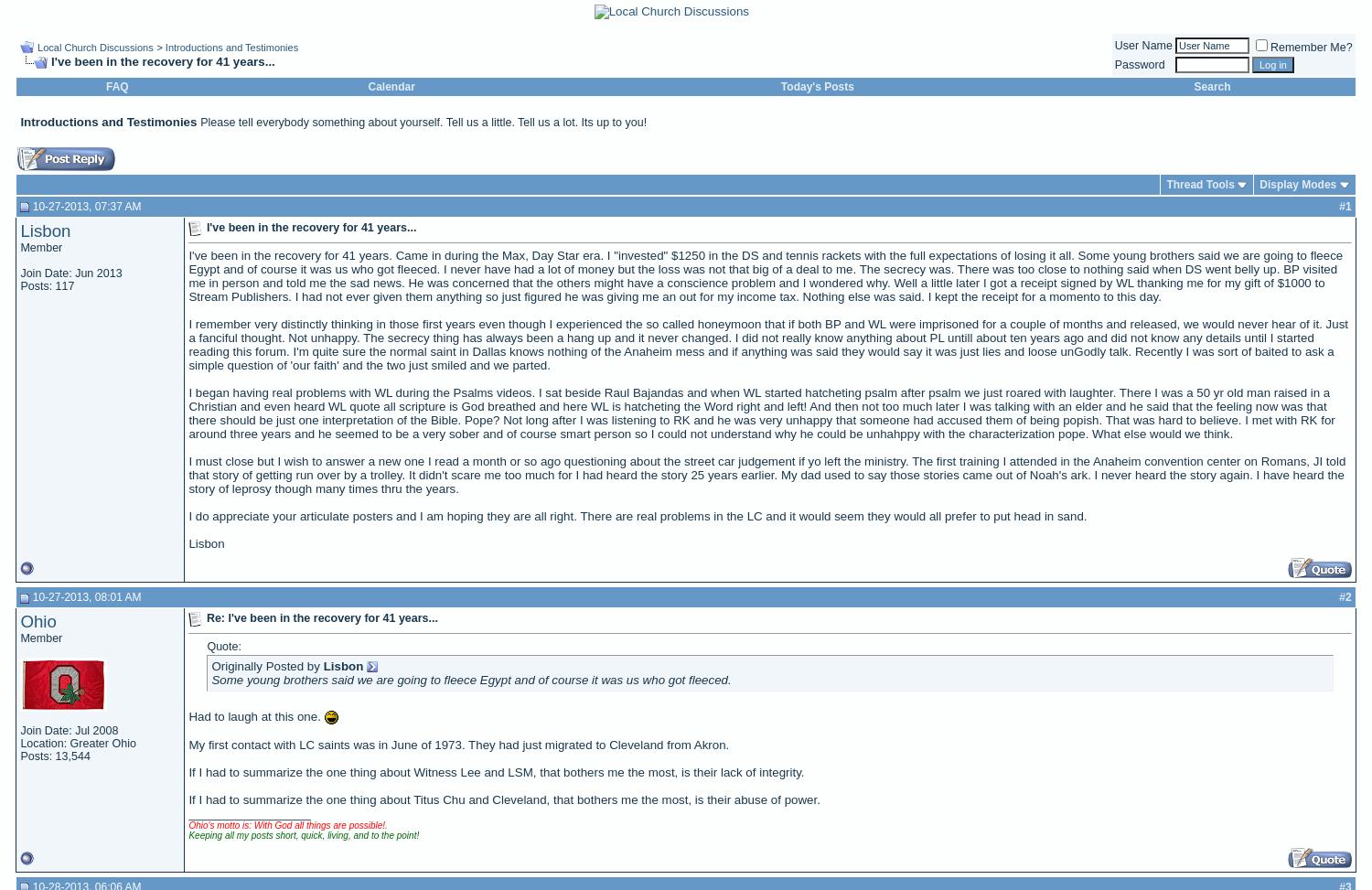 The width and height of the screenshot is (1372, 890). Describe the element at coordinates (766, 474) in the screenshot. I see `'I must close but I wish to answer a new one I read a month or so ago questioning about the street car judgement if yo left the ministry.  The first training I attended in the Anaheim convention center on Romans, JI told that story of getting run over by a trolley.  It didn't scare me too much for I had heard the story 25 years earlier.  My dad used to say those stories came out of Noah's ark.  I never heard the story again.  I have heard the story of leprosy though many times thru the years.'` at that location.